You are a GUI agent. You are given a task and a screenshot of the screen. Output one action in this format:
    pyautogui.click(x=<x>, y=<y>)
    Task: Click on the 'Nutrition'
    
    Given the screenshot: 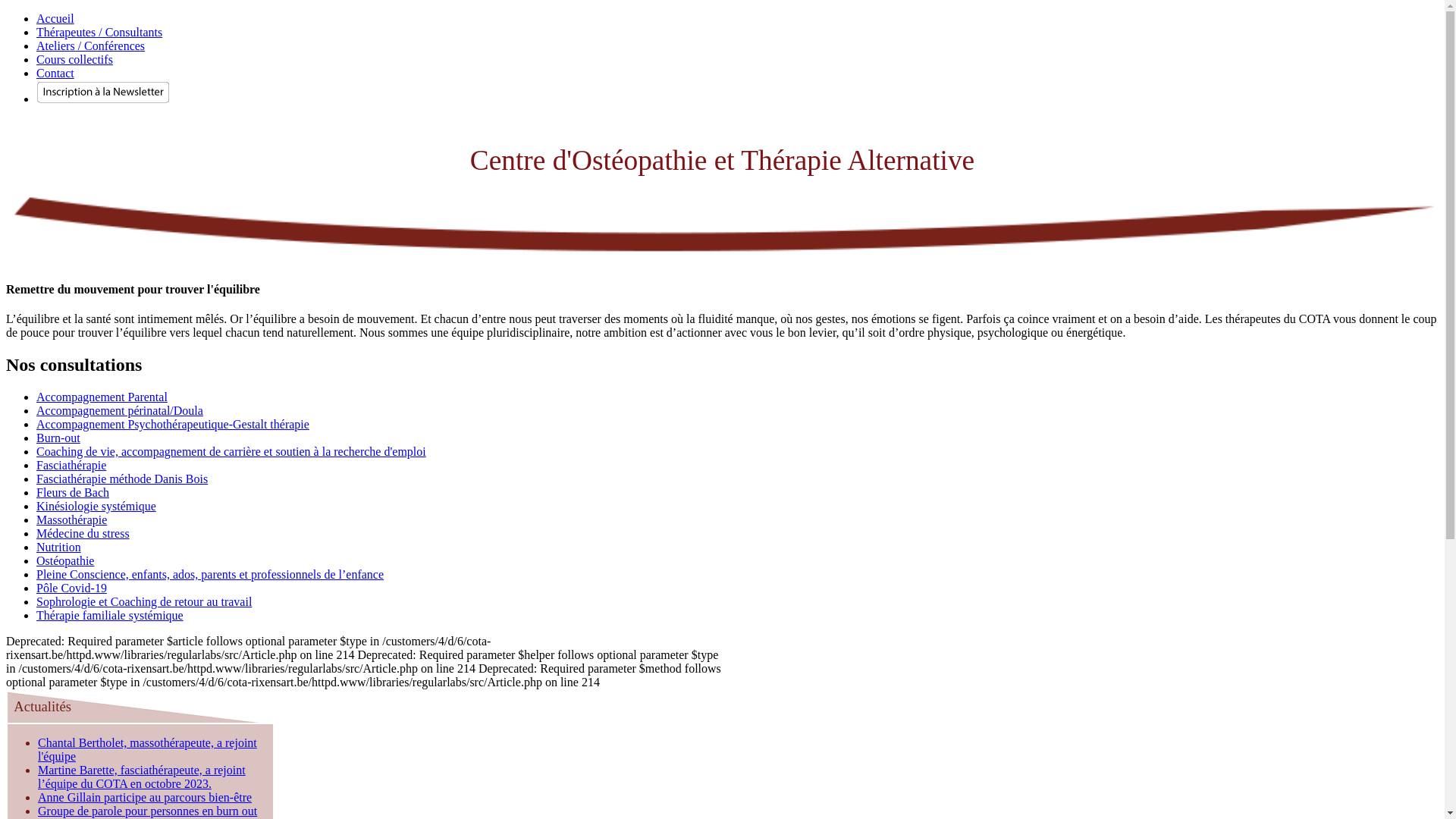 What is the action you would take?
    pyautogui.click(x=58, y=547)
    